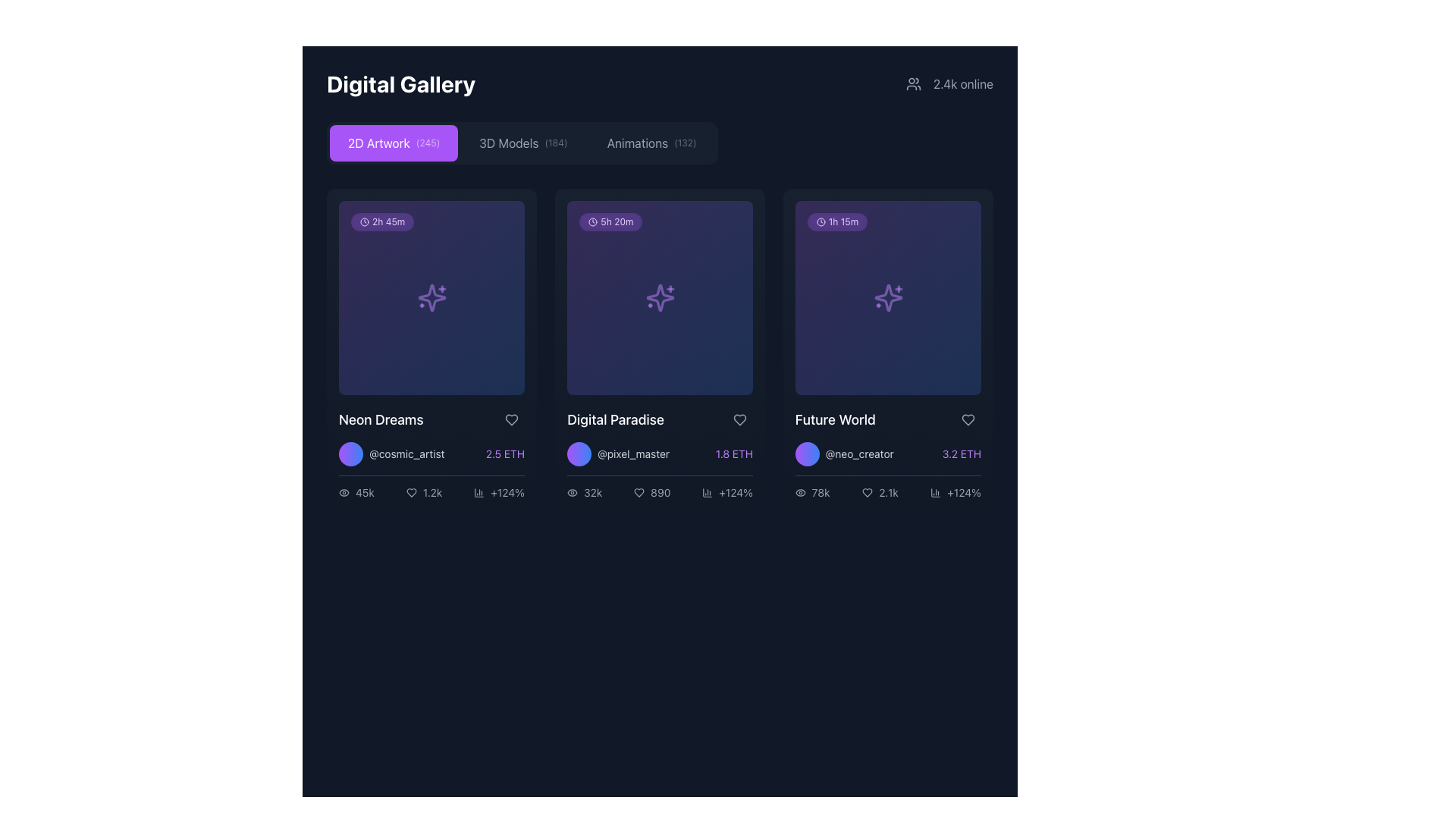  What do you see at coordinates (888, 488) in the screenshot?
I see `the data displayed in the Statistical information display, which includes three sections: eye icon with '78k', heart icon with '2.1k', and chart bar icon with '+124%'` at bounding box center [888, 488].